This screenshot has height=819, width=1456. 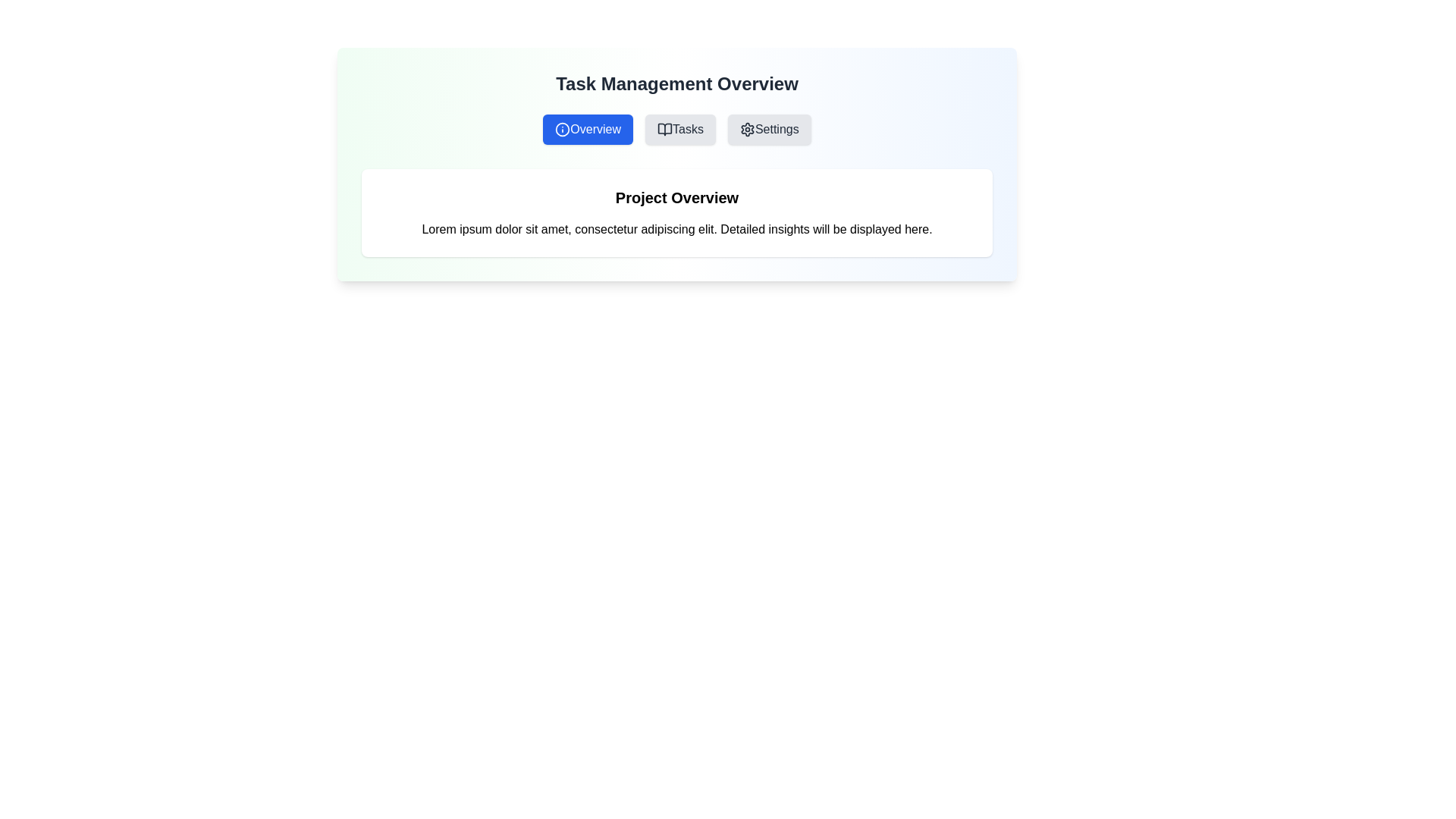 What do you see at coordinates (562, 128) in the screenshot?
I see `the circular outline icon with a centered dot inside it, which is located to the left of the blue-colored button labeled 'Overview' in the top section of the interface` at bounding box center [562, 128].